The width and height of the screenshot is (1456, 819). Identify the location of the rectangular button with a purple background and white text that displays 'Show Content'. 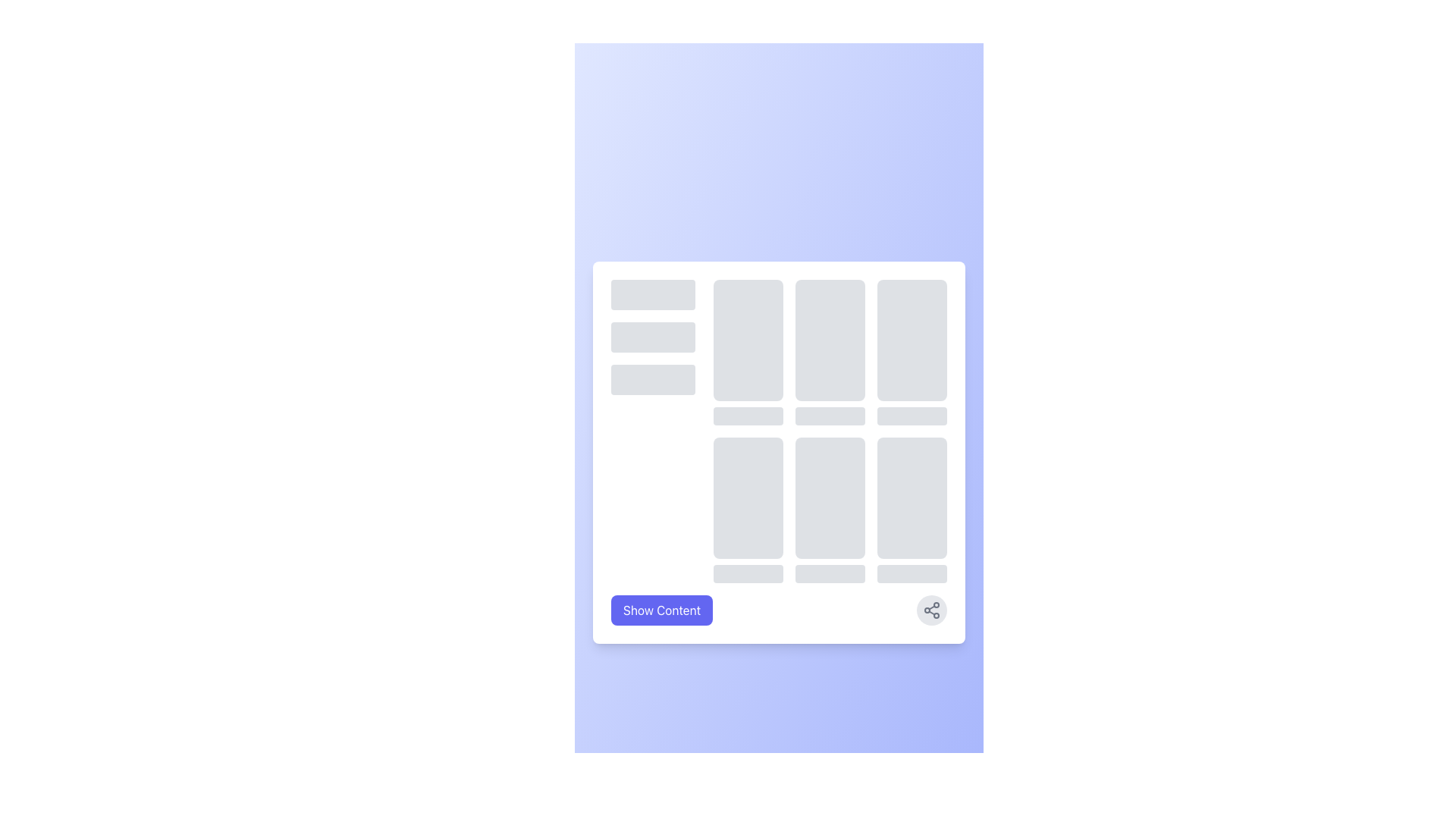
(662, 610).